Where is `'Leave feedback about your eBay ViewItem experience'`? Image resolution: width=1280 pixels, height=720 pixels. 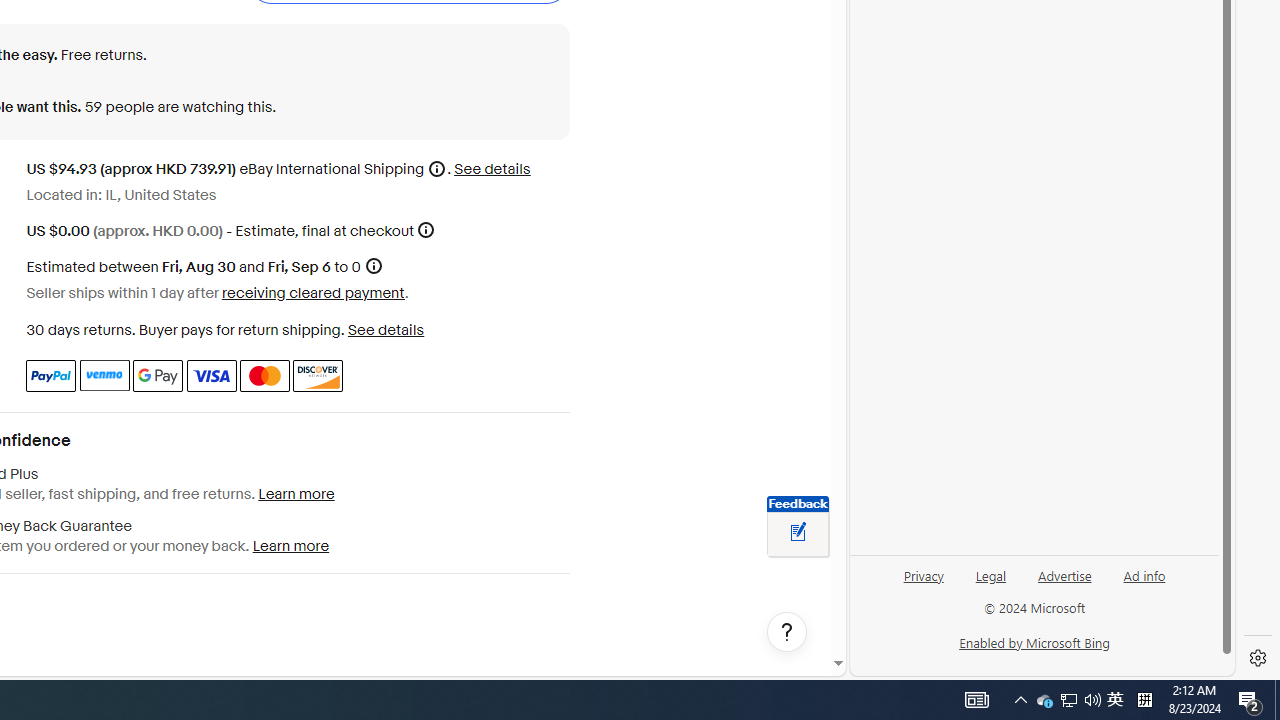
'Leave feedback about your eBay ViewItem experience' is located at coordinates (797, 532).